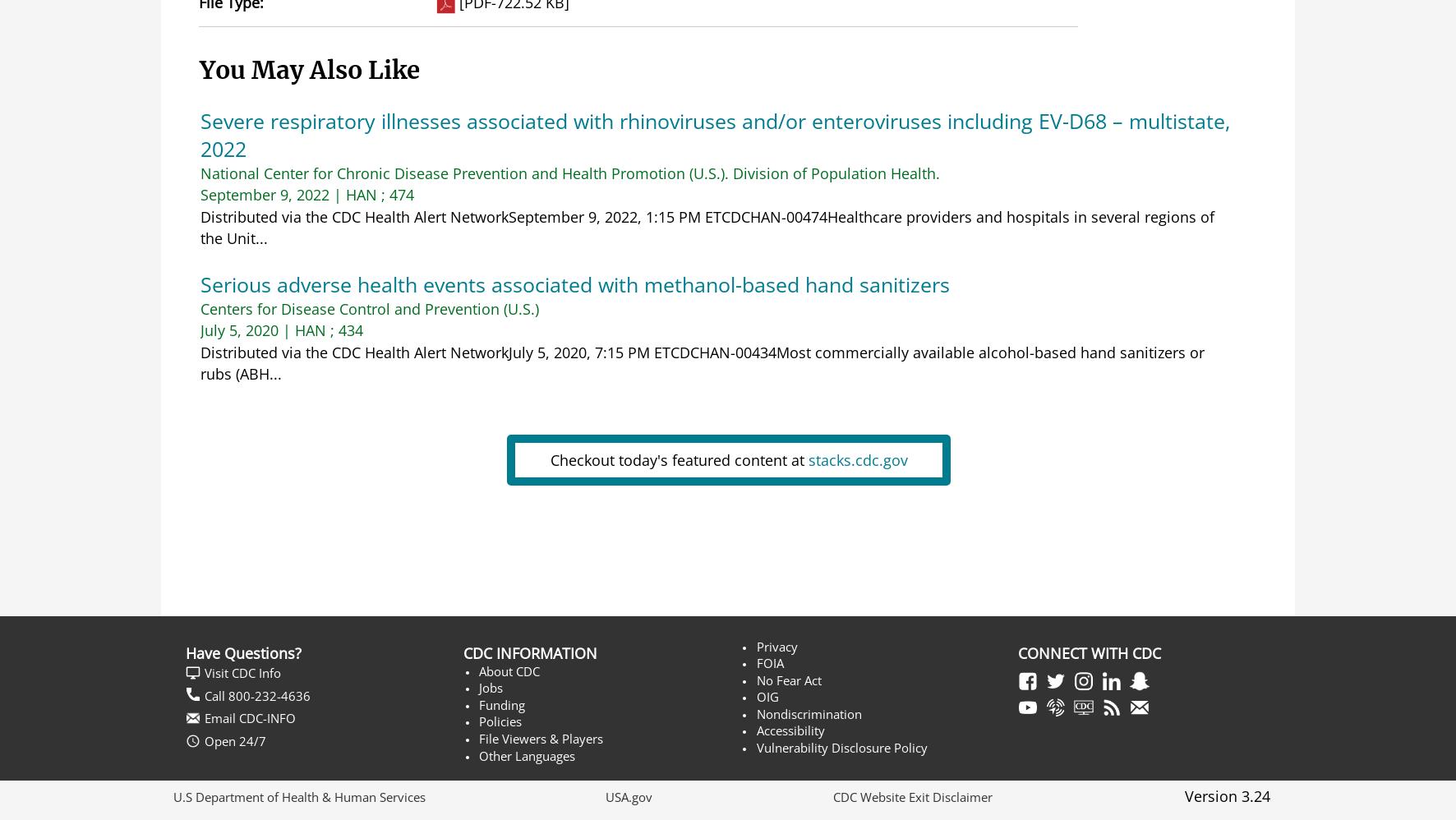  What do you see at coordinates (807, 712) in the screenshot?
I see `'Nondiscrimination'` at bounding box center [807, 712].